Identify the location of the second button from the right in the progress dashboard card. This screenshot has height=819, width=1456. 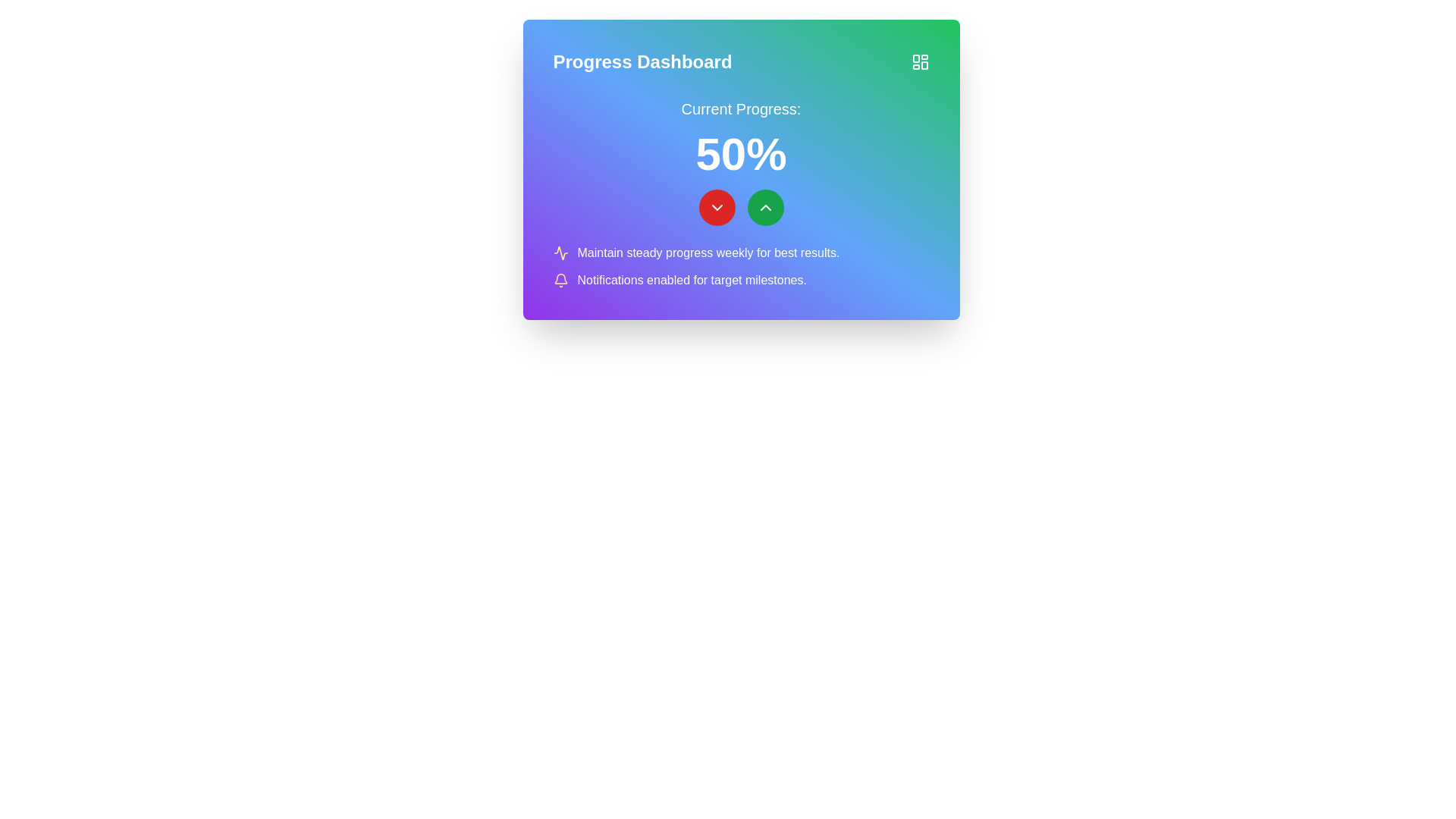
(765, 207).